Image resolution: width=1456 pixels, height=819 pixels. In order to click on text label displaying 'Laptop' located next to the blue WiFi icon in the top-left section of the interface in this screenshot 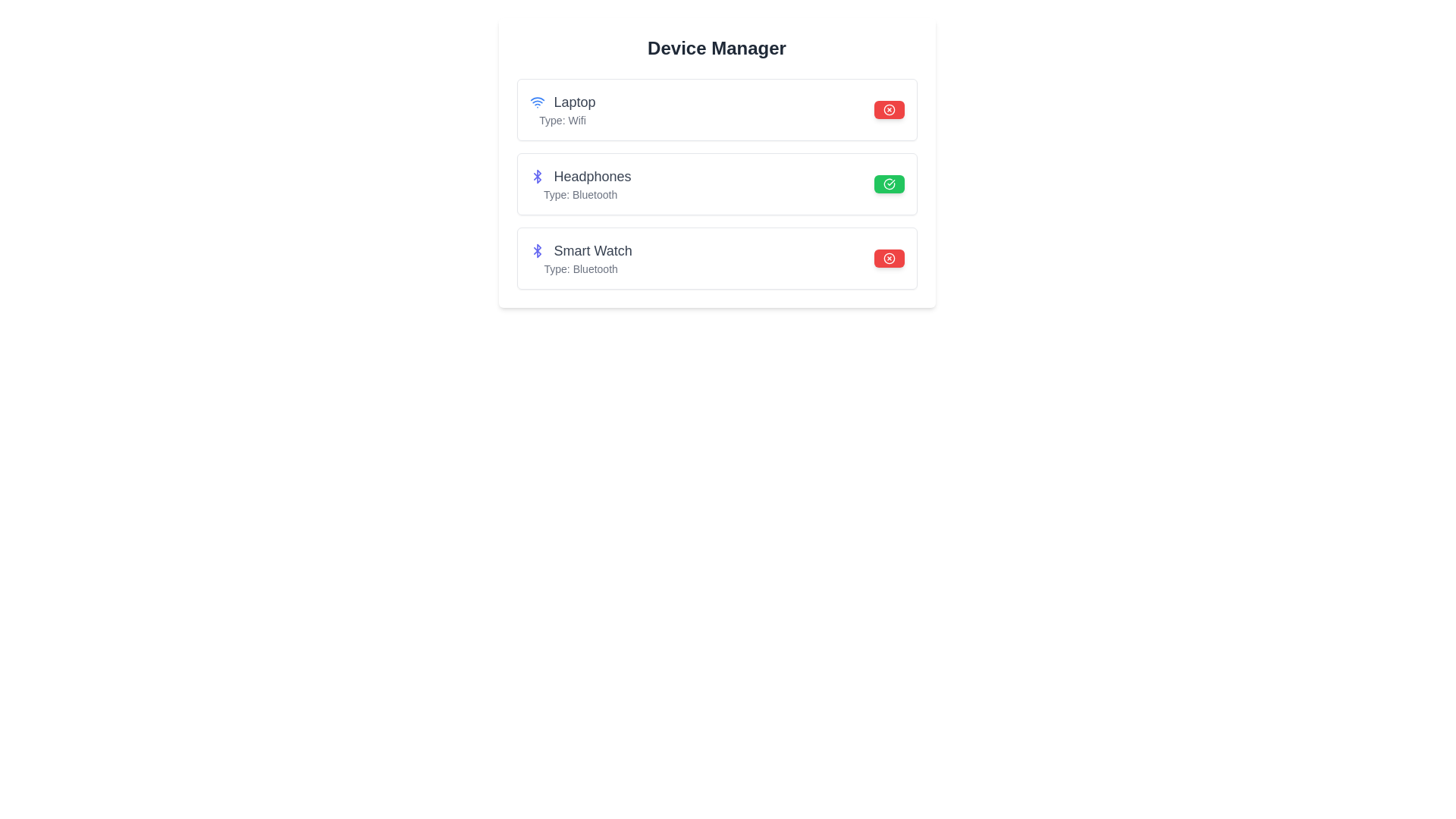, I will do `click(574, 102)`.